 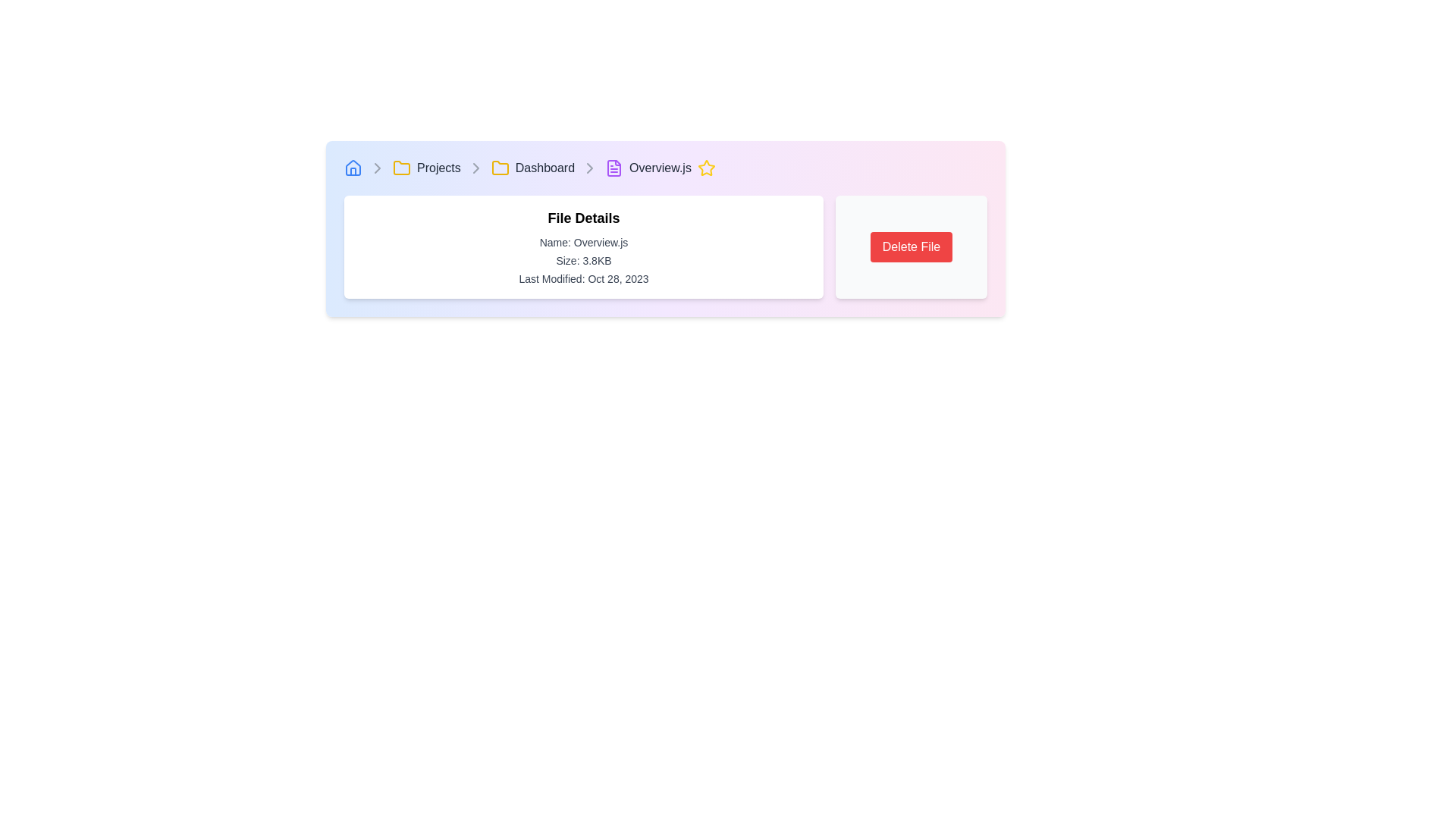 I want to click on the chevron icon in the breadcrumb navigation that separates 'Dashboard' and 'Overview.js', so click(x=588, y=168).